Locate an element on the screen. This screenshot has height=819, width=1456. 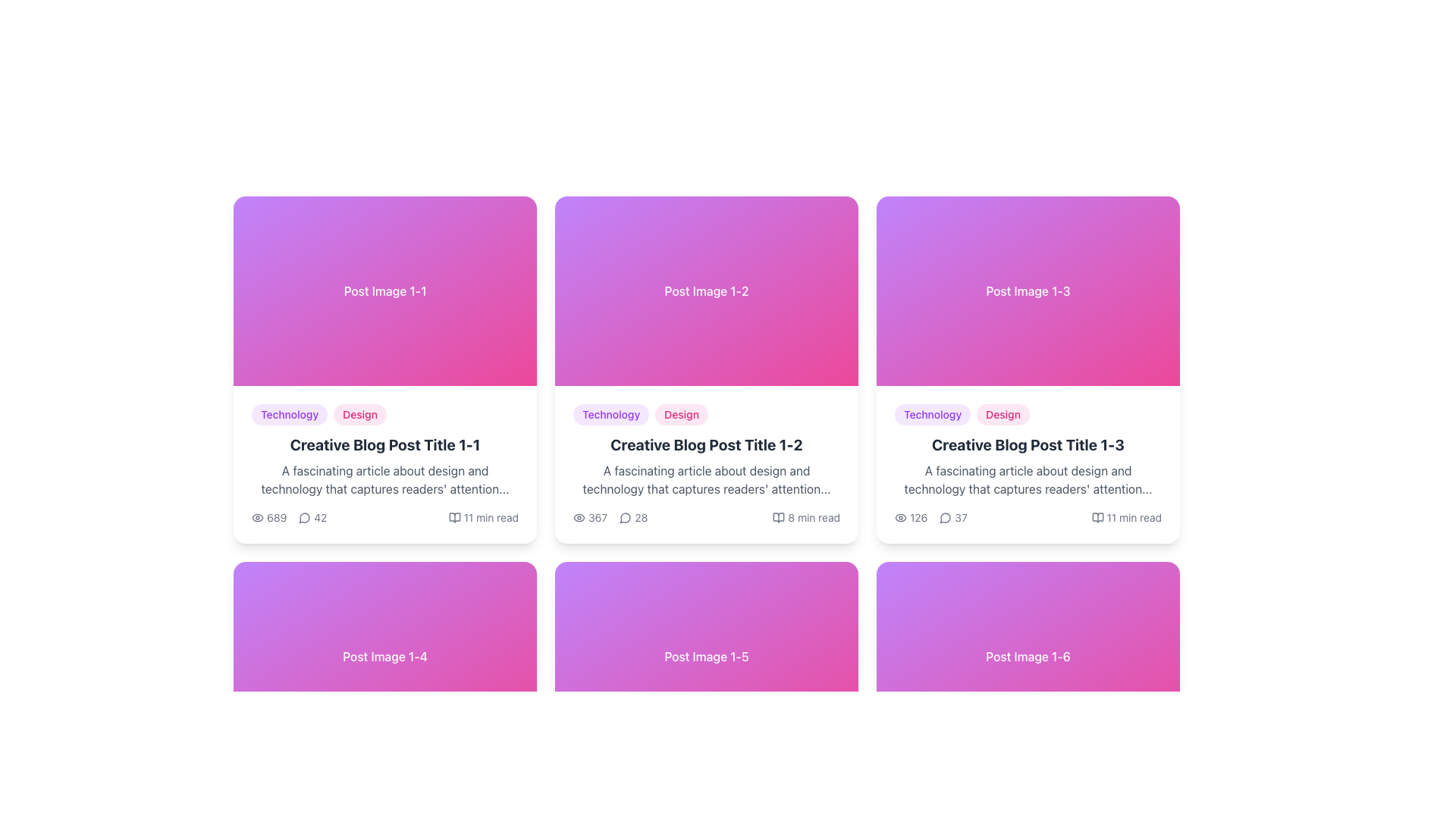
the small grayish eye icon indicating visibility, located beside the numeric value '126' in the bottom section of the card for 'Creative Blog Post Title 1-3' is located at coordinates (901, 516).